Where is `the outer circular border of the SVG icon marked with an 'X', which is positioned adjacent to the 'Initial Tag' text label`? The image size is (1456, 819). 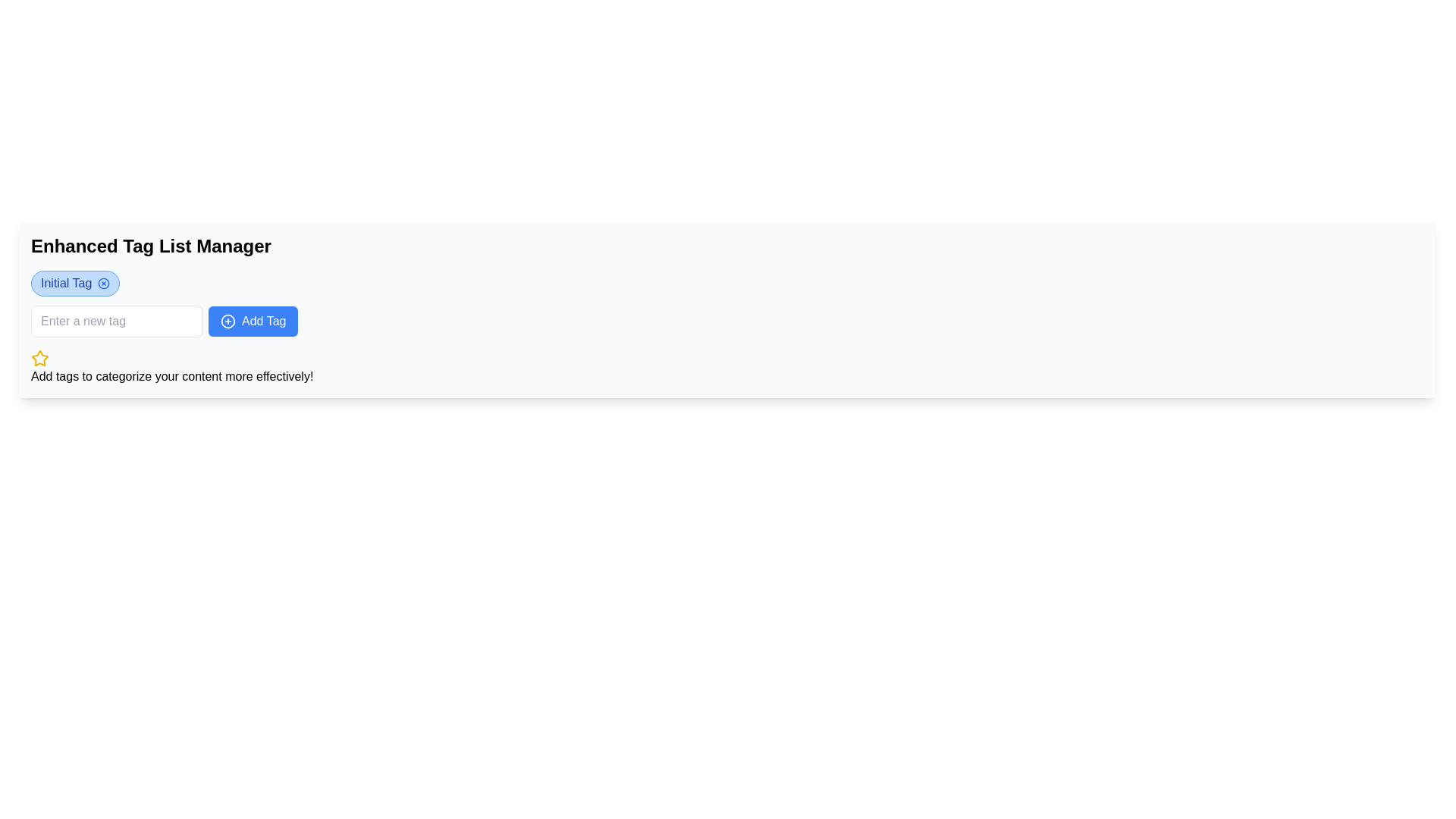 the outer circular border of the SVG icon marked with an 'X', which is positioned adjacent to the 'Initial Tag' text label is located at coordinates (103, 284).